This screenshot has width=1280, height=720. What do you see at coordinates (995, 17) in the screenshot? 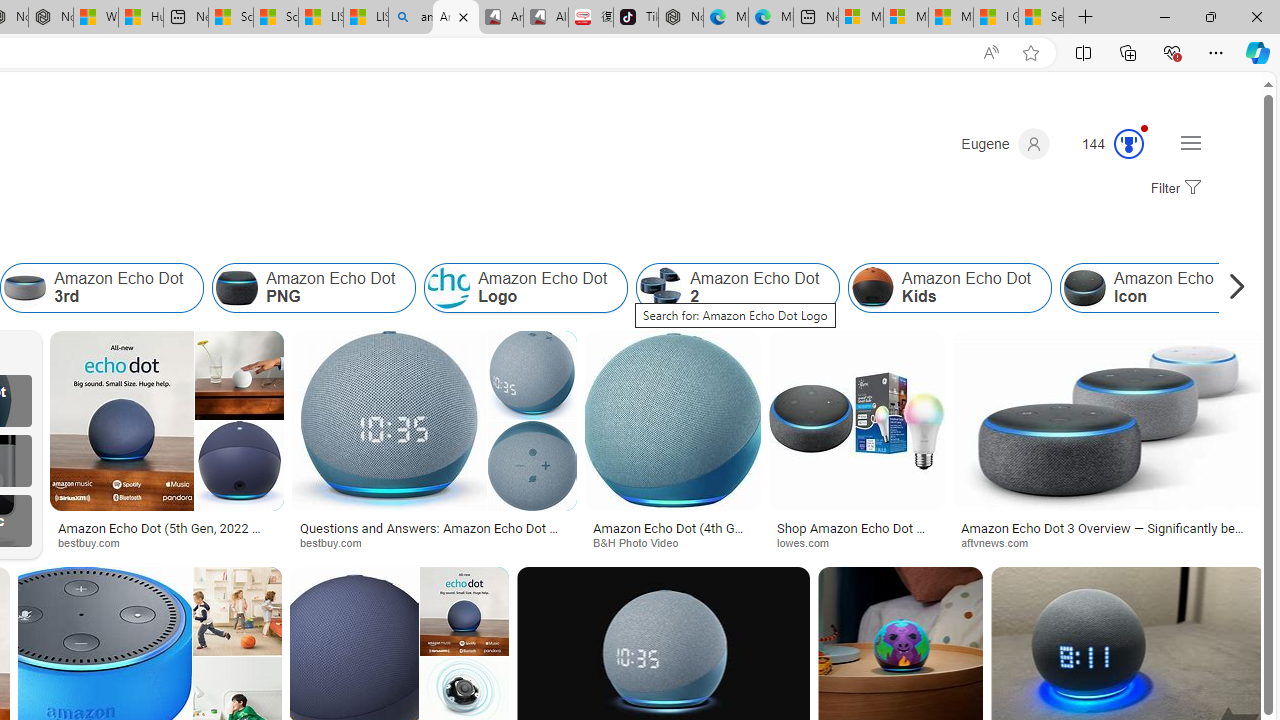
I see `'I Gained 20 Pounds of Muscle in 30 Days! | Watch'` at bounding box center [995, 17].